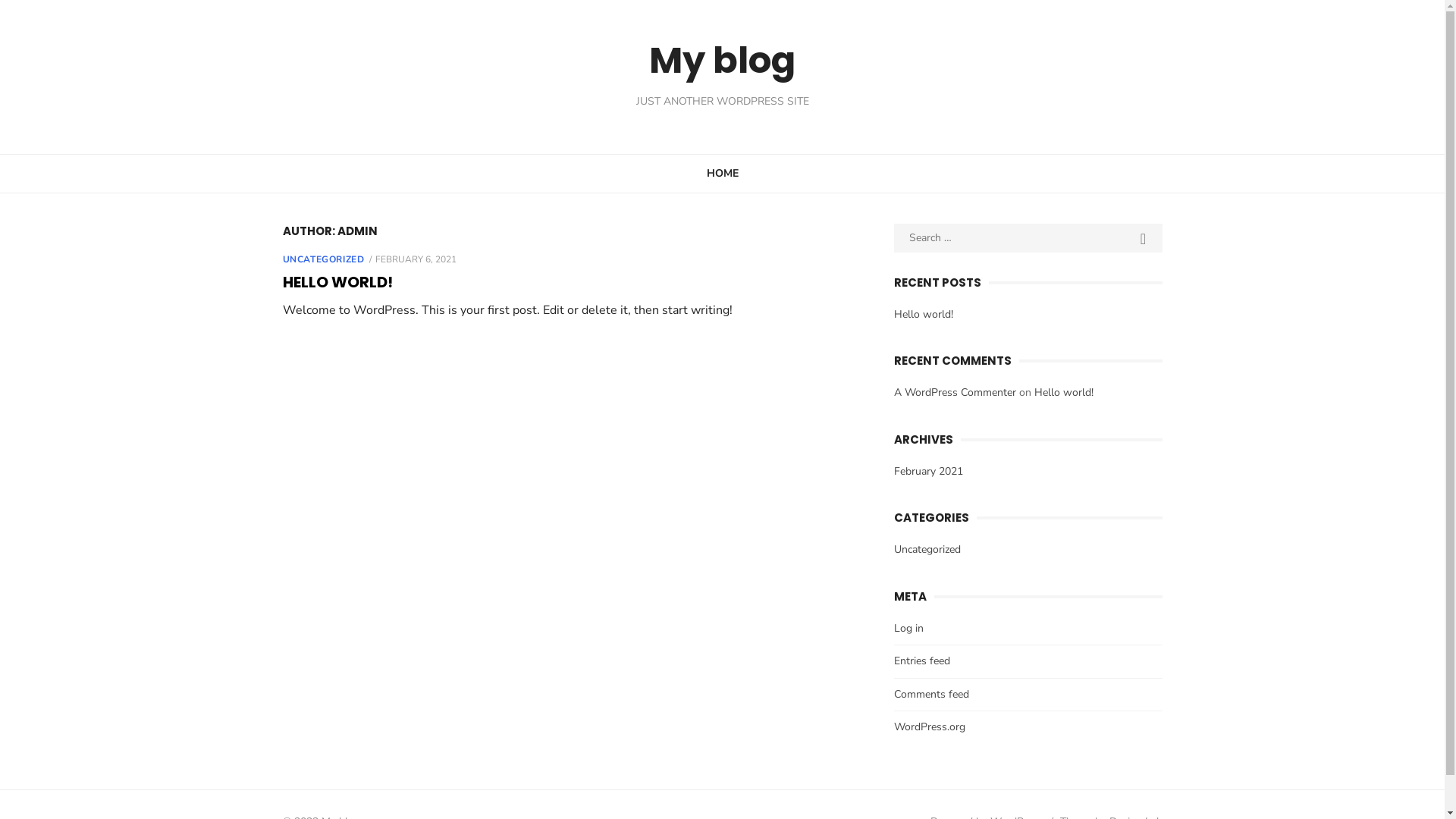  What do you see at coordinates (894, 549) in the screenshot?
I see `'Uncategorized'` at bounding box center [894, 549].